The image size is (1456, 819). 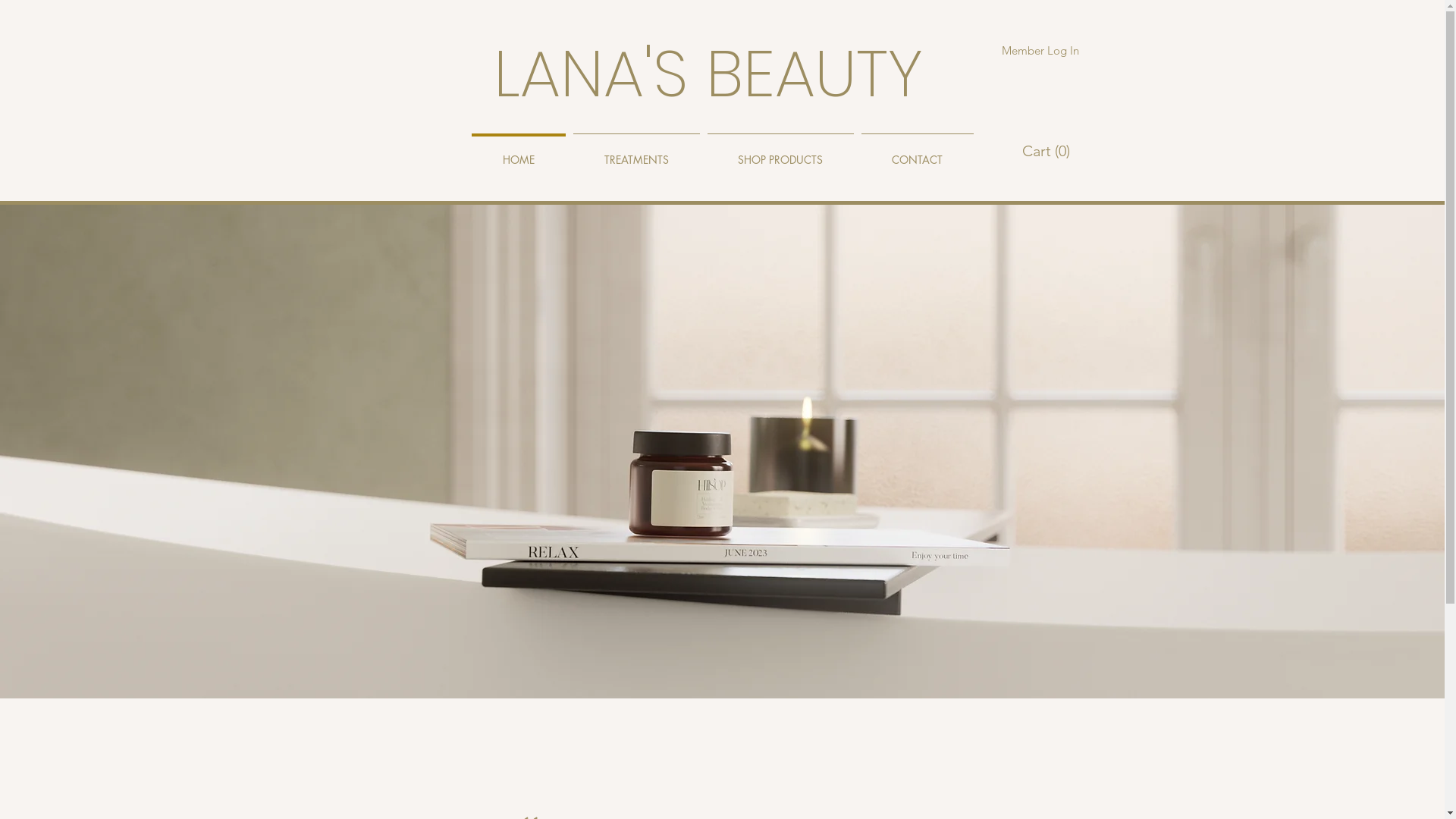 What do you see at coordinates (517, 152) in the screenshot?
I see `'HOME'` at bounding box center [517, 152].